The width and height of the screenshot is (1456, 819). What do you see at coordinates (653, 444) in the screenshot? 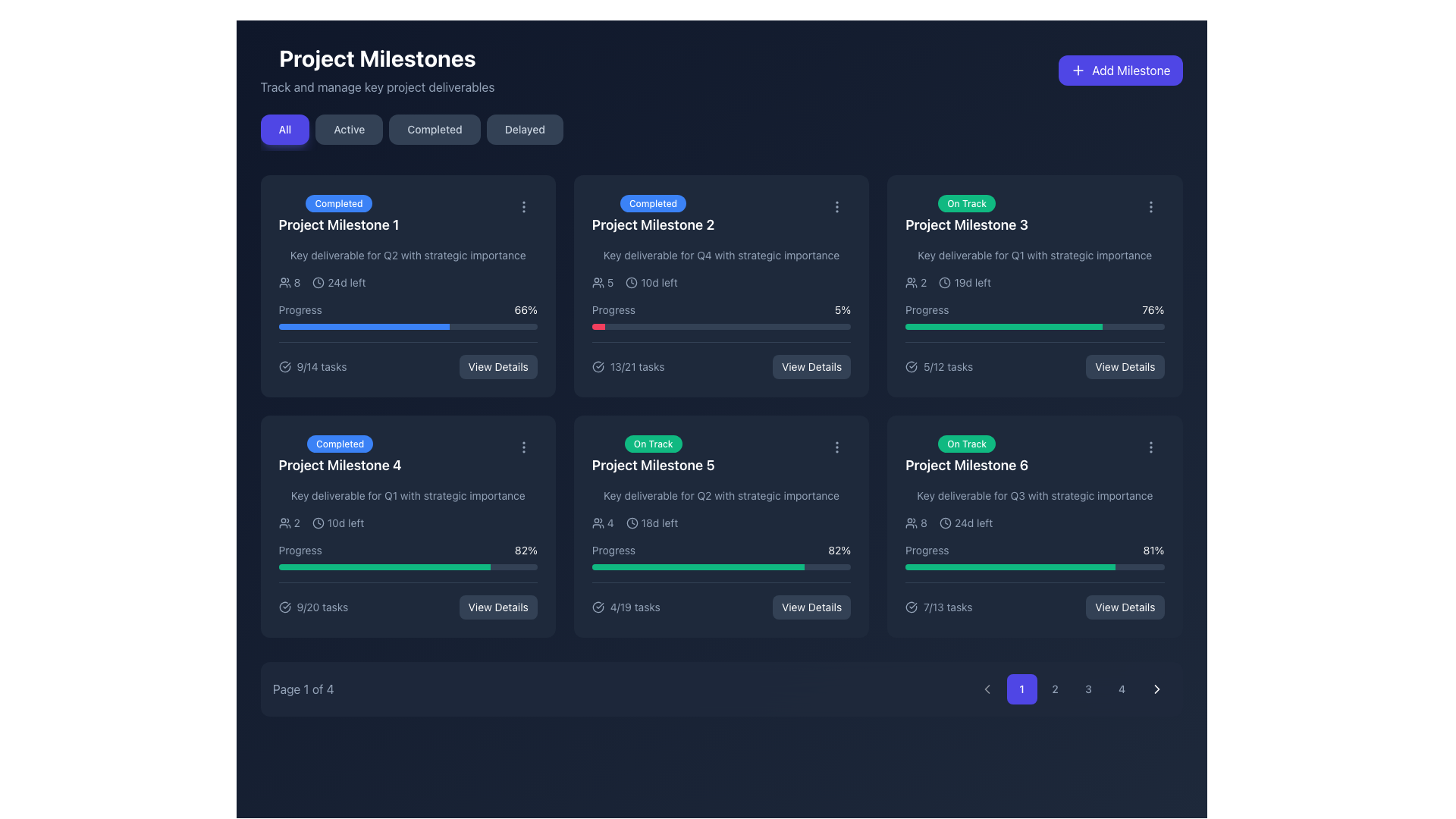
I see `the Status badge, which is a small rectangular badge with rounded corners, a green background, and white text reading 'On Track', located in the 'Project Milestone 5' block` at bounding box center [653, 444].